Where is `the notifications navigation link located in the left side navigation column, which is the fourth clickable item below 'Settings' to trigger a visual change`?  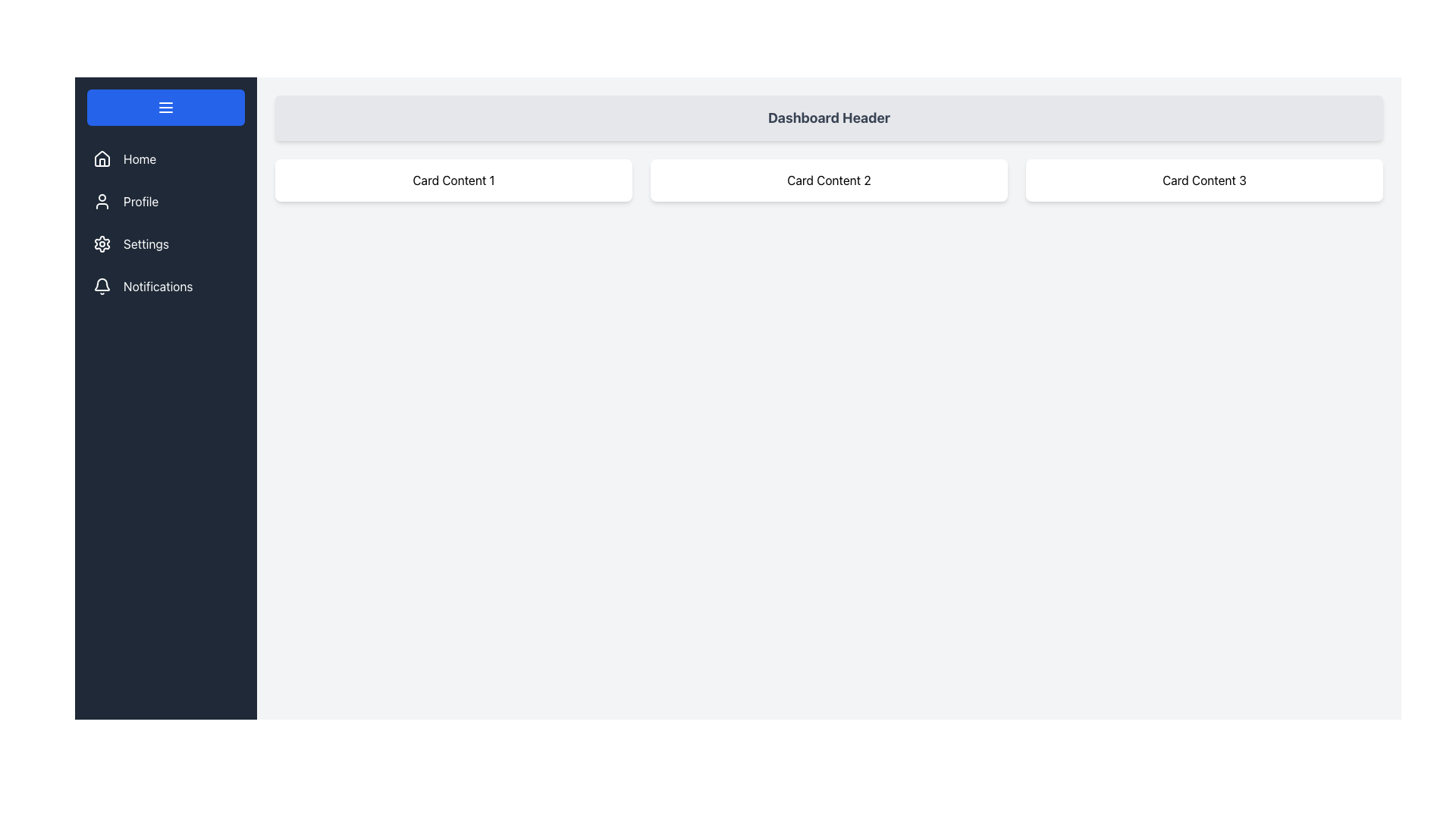 the notifications navigation link located in the left side navigation column, which is the fourth clickable item below 'Settings' to trigger a visual change is located at coordinates (166, 287).